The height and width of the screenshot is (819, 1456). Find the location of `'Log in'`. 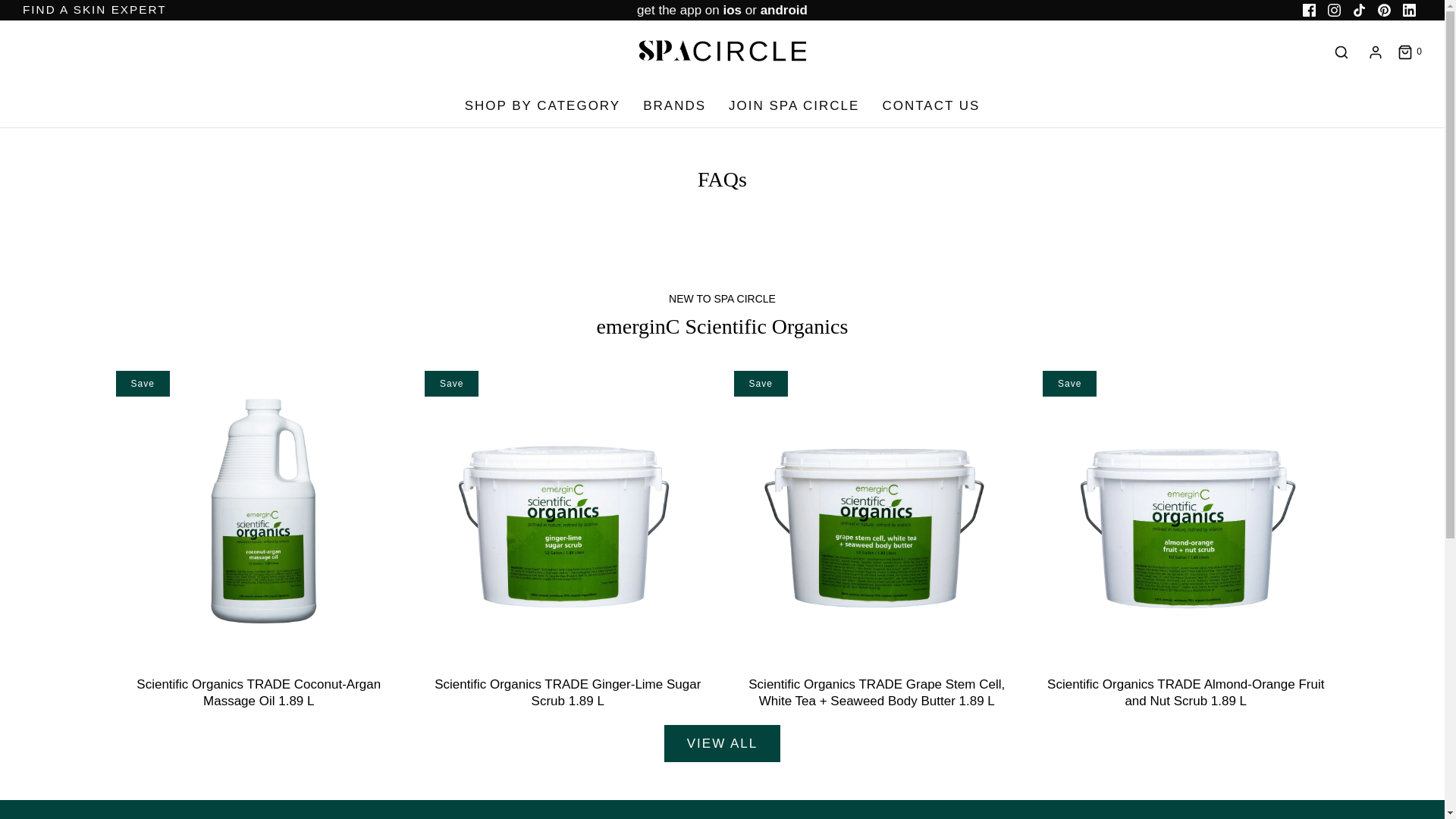

'Log in' is located at coordinates (1376, 52).